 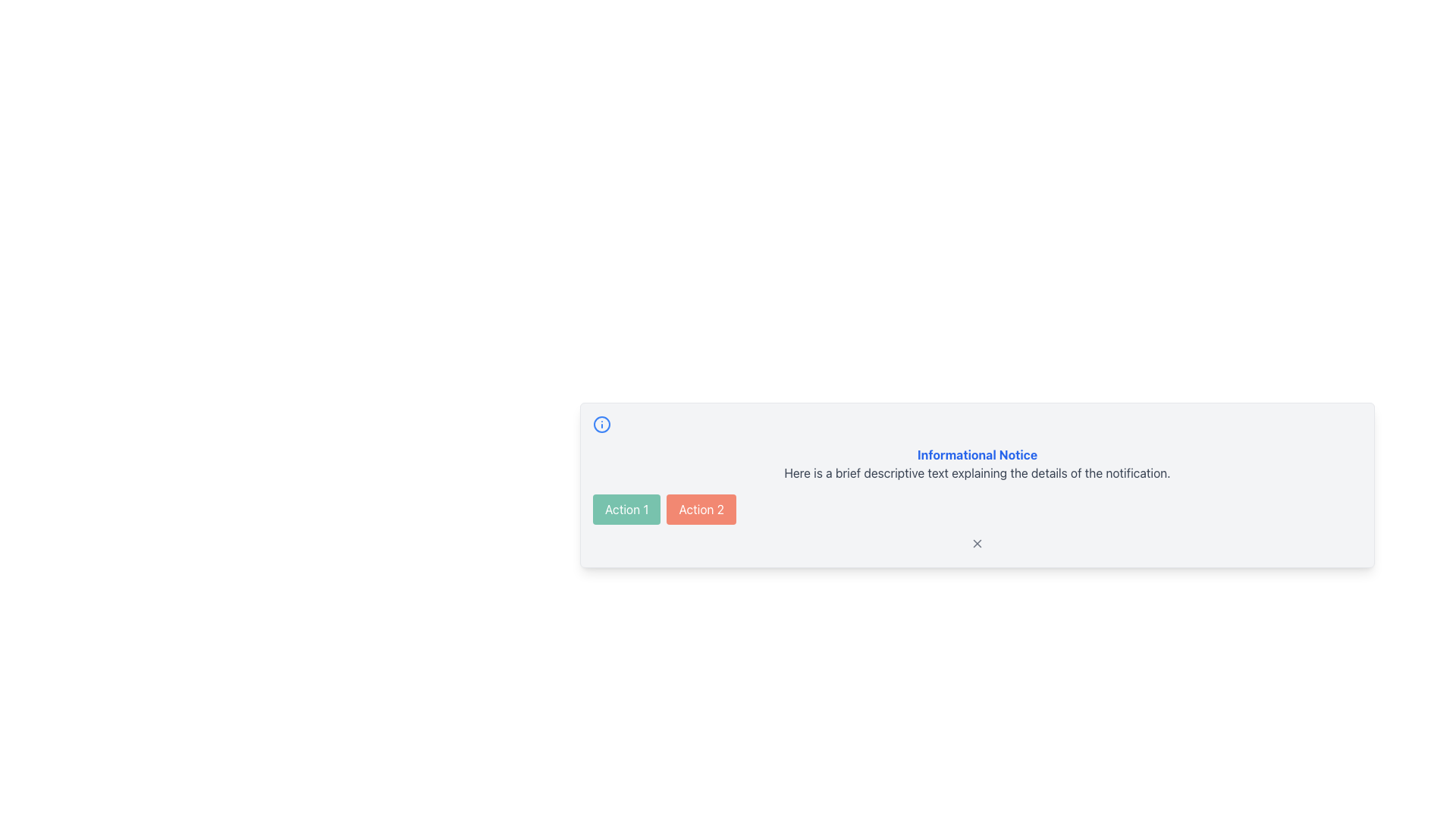 What do you see at coordinates (626, 509) in the screenshot?
I see `the first button in the bottom left section of the informational notice panel` at bounding box center [626, 509].